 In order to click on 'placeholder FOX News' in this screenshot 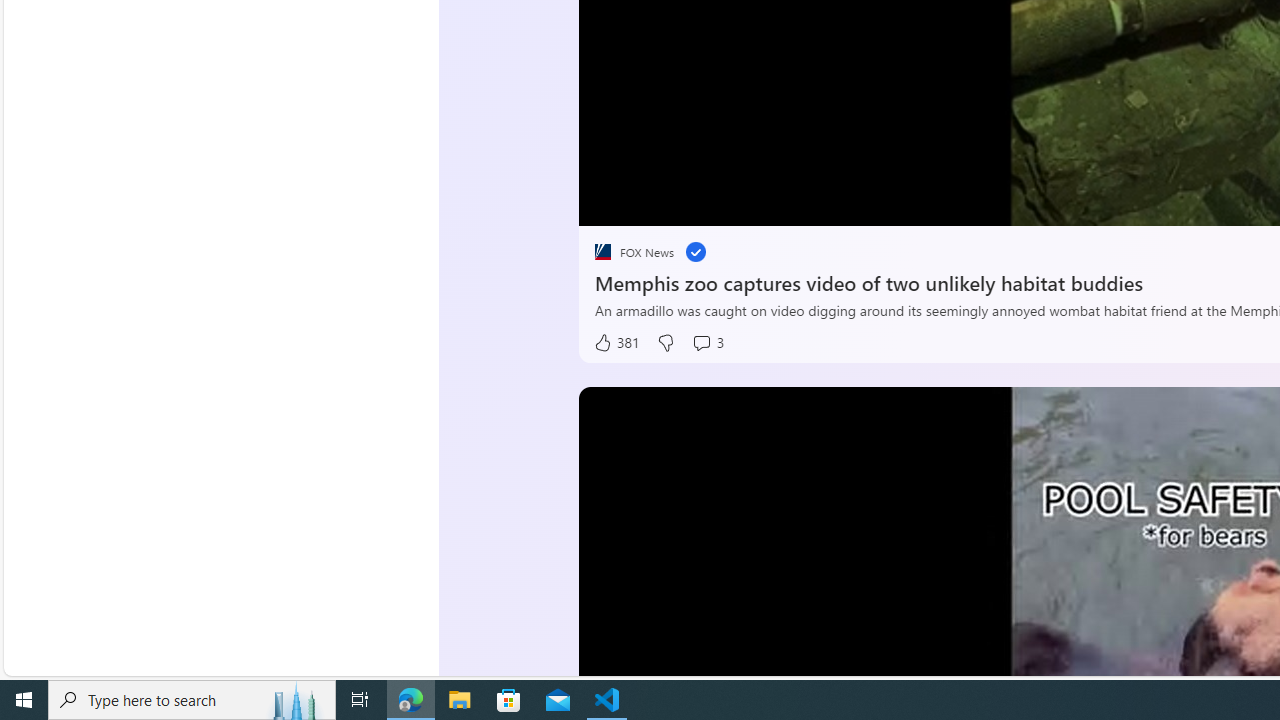, I will do `click(633, 251)`.